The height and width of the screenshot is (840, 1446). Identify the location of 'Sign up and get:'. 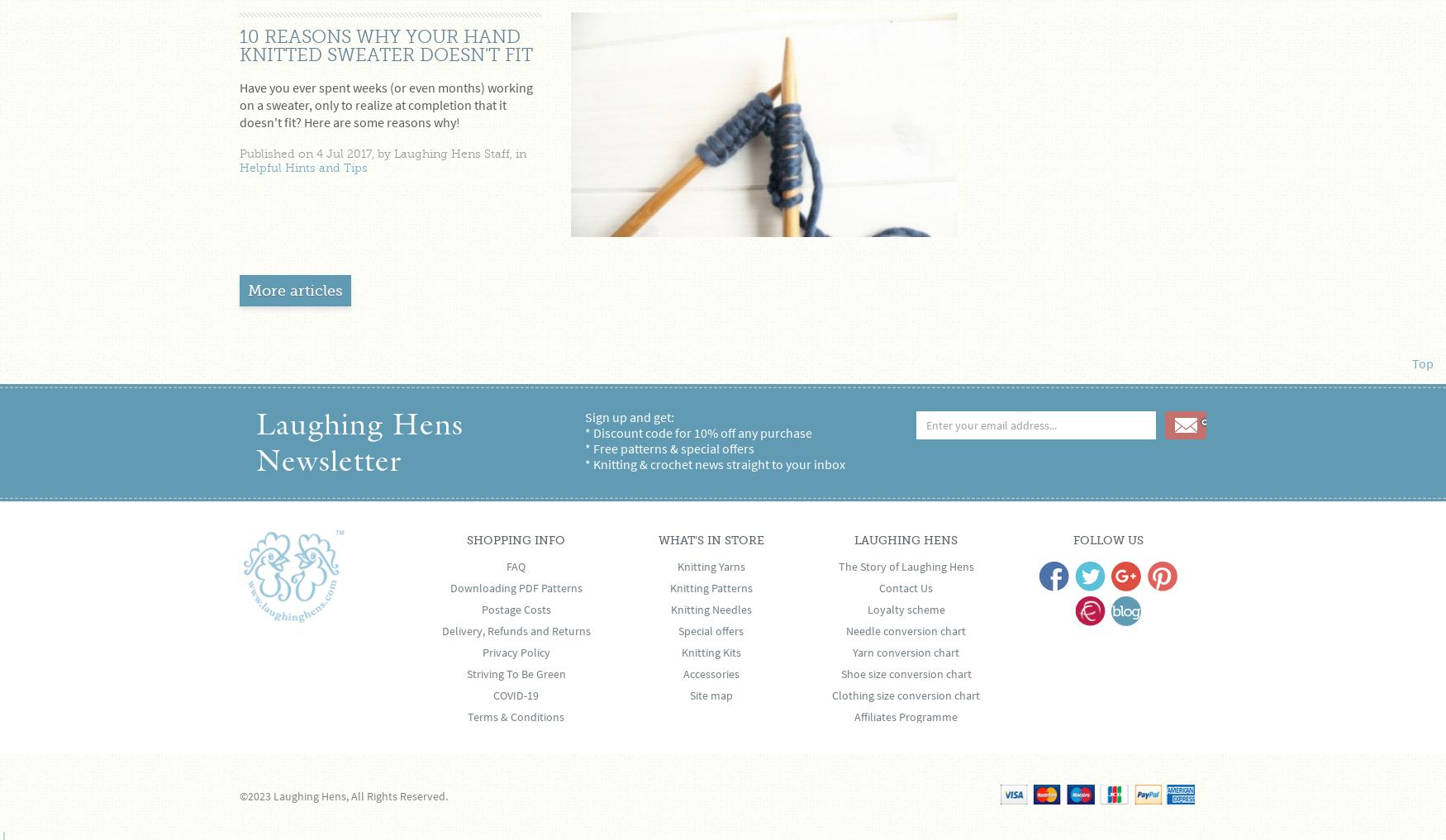
(628, 415).